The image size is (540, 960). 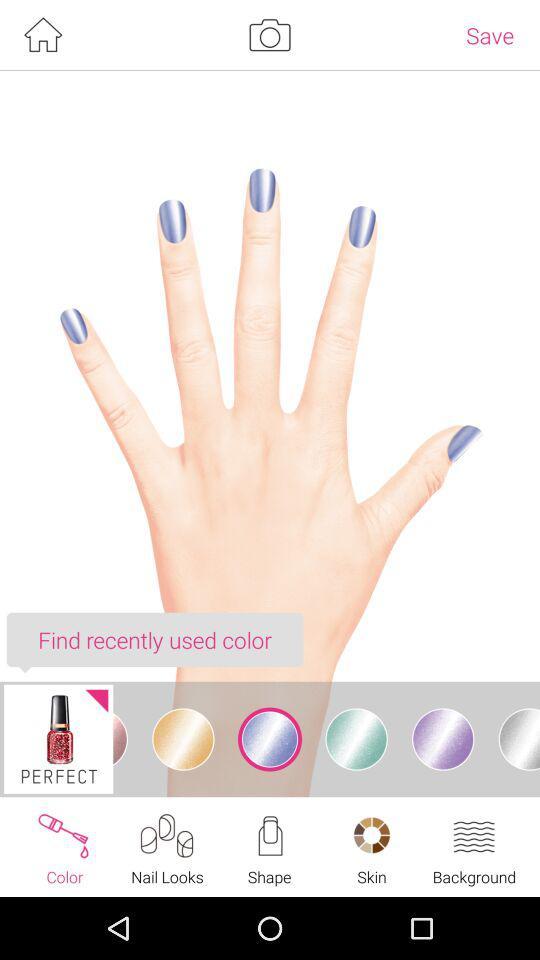 What do you see at coordinates (42, 36) in the screenshot?
I see `the home icon` at bounding box center [42, 36].